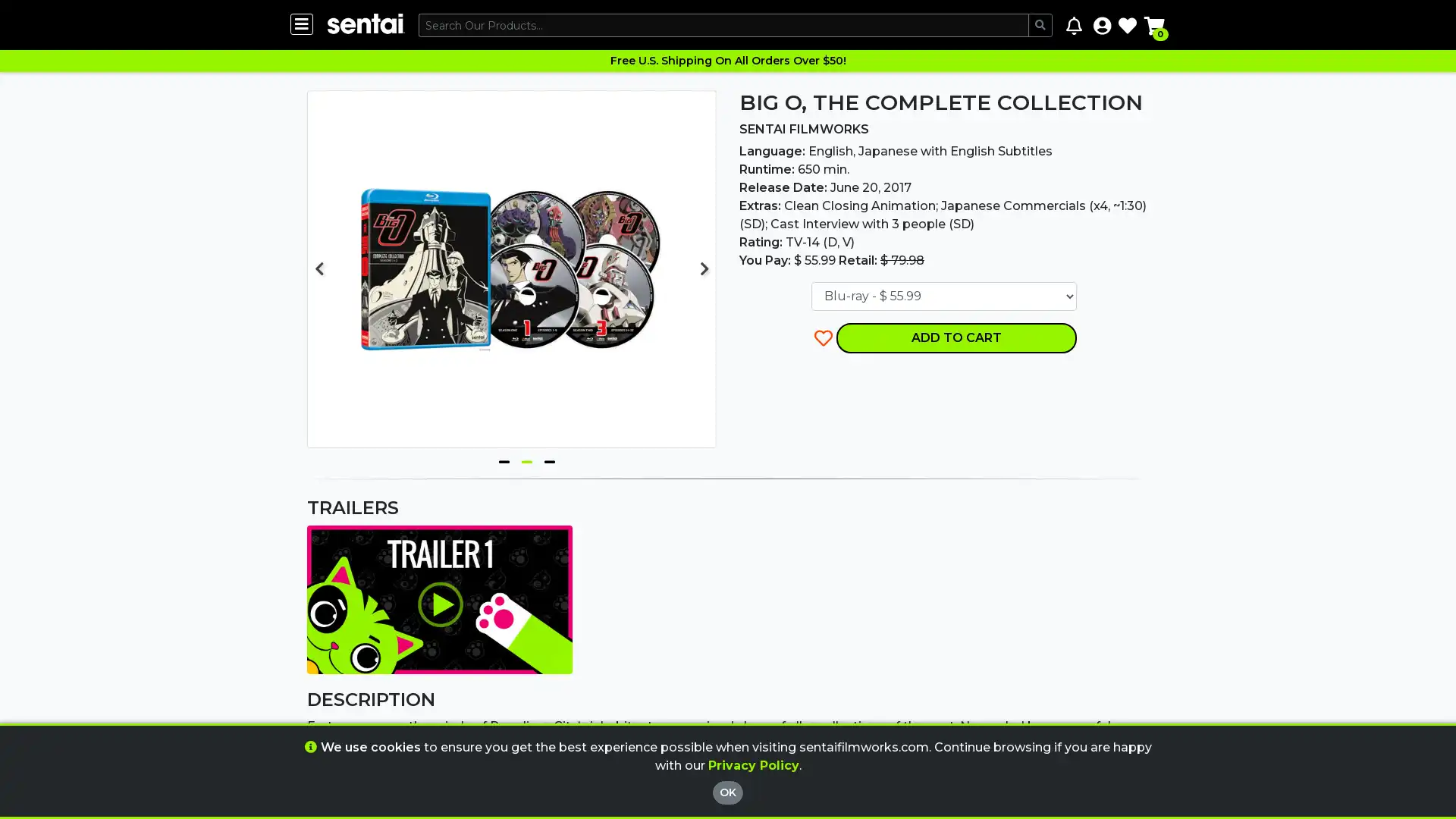 Image resolution: width=1456 pixels, height=819 pixels. Describe the element at coordinates (823, 336) in the screenshot. I see `Add to Wishlist Button` at that location.